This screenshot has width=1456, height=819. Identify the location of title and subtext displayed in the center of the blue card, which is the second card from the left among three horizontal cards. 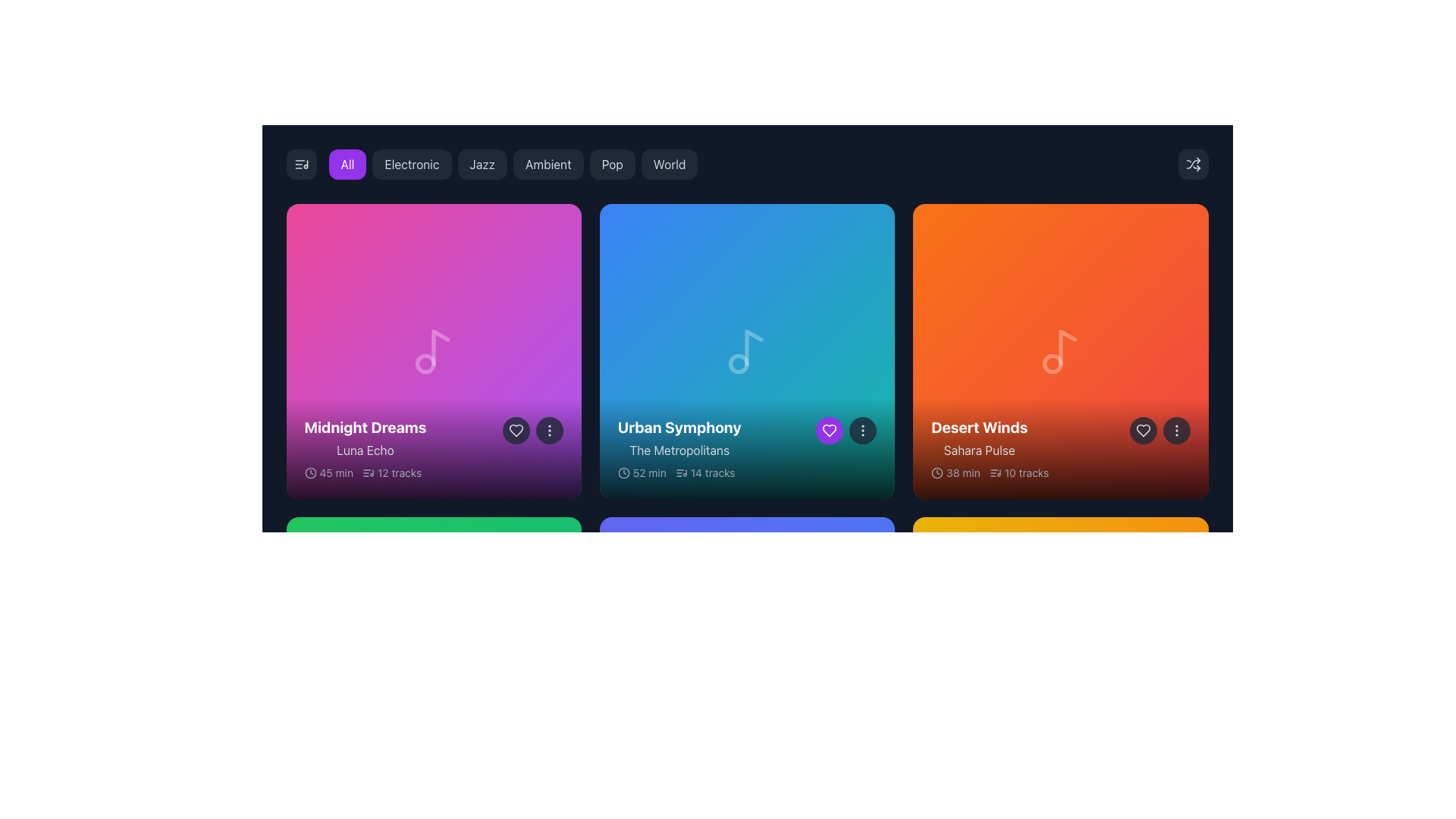
(679, 438).